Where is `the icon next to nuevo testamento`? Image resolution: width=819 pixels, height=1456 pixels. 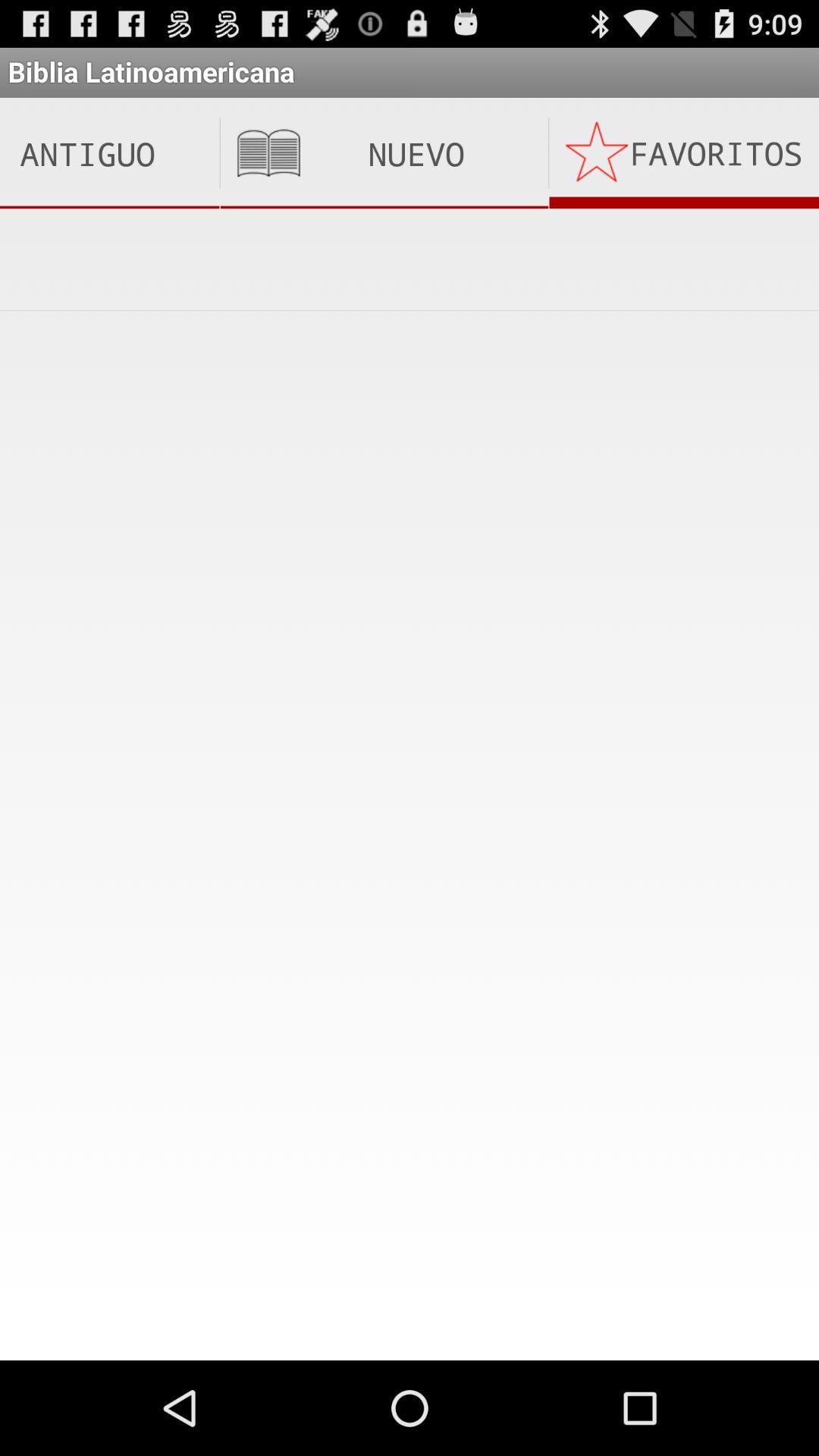
the icon next to nuevo testamento is located at coordinates (684, 153).